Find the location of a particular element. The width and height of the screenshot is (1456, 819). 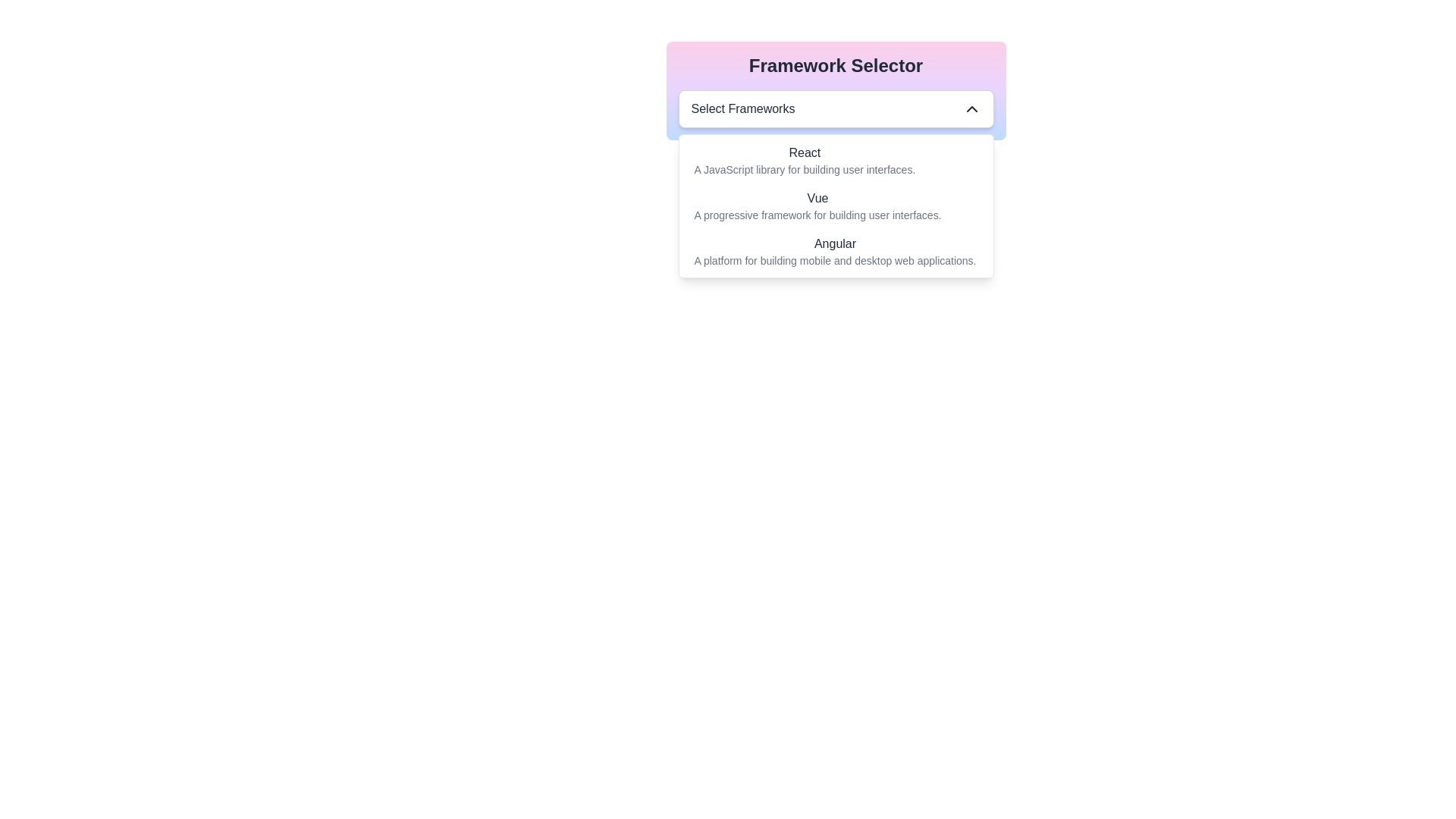

the 'React' text label in the dropdown menu under the 'Framework Selector' heading is located at coordinates (804, 152).